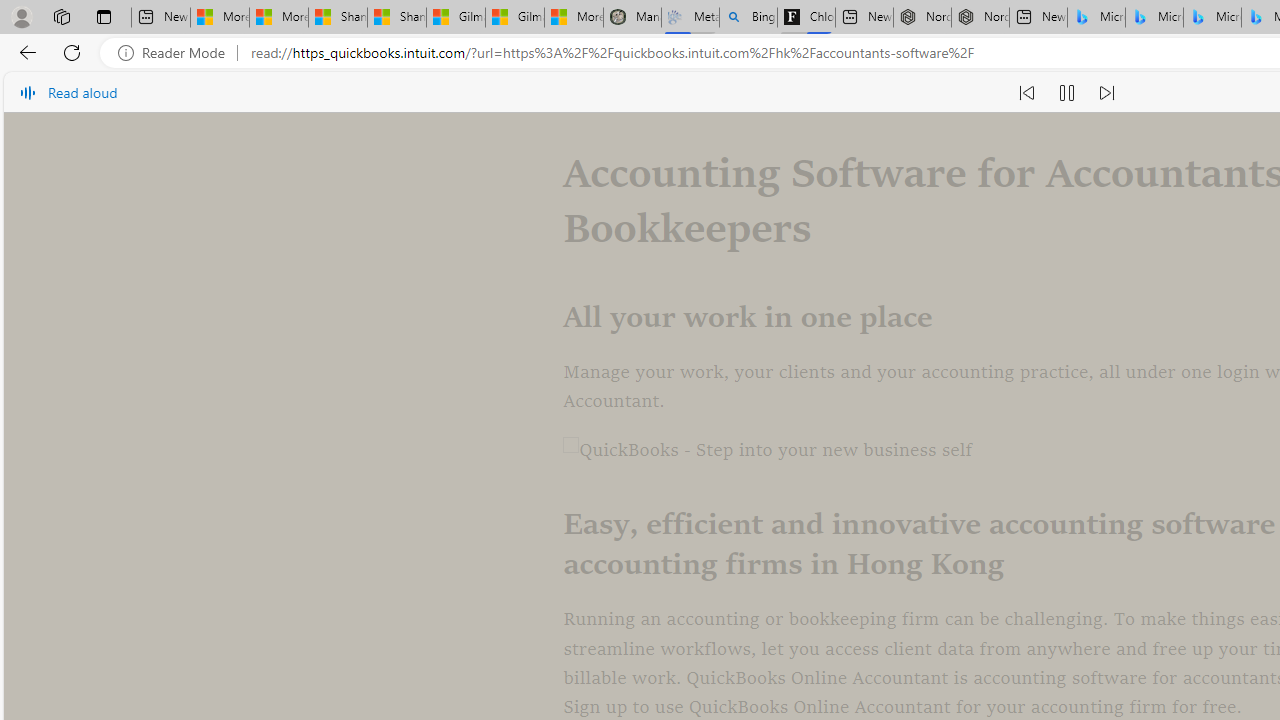  Describe the element at coordinates (806, 17) in the screenshot. I see `'Chloe Sorvino'` at that location.